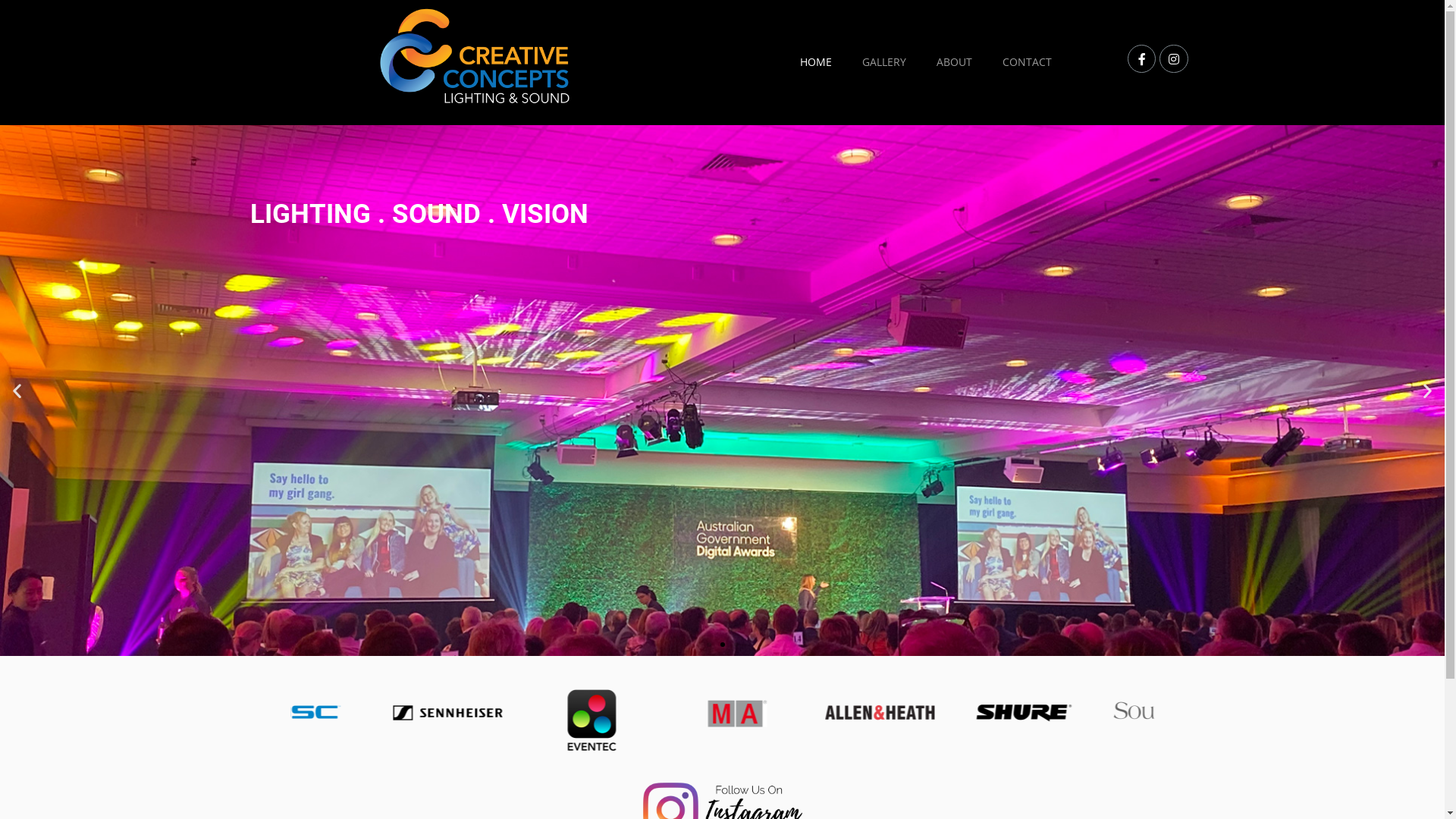 The image size is (1456, 819). What do you see at coordinates (884, 61) in the screenshot?
I see `'GALLERY'` at bounding box center [884, 61].